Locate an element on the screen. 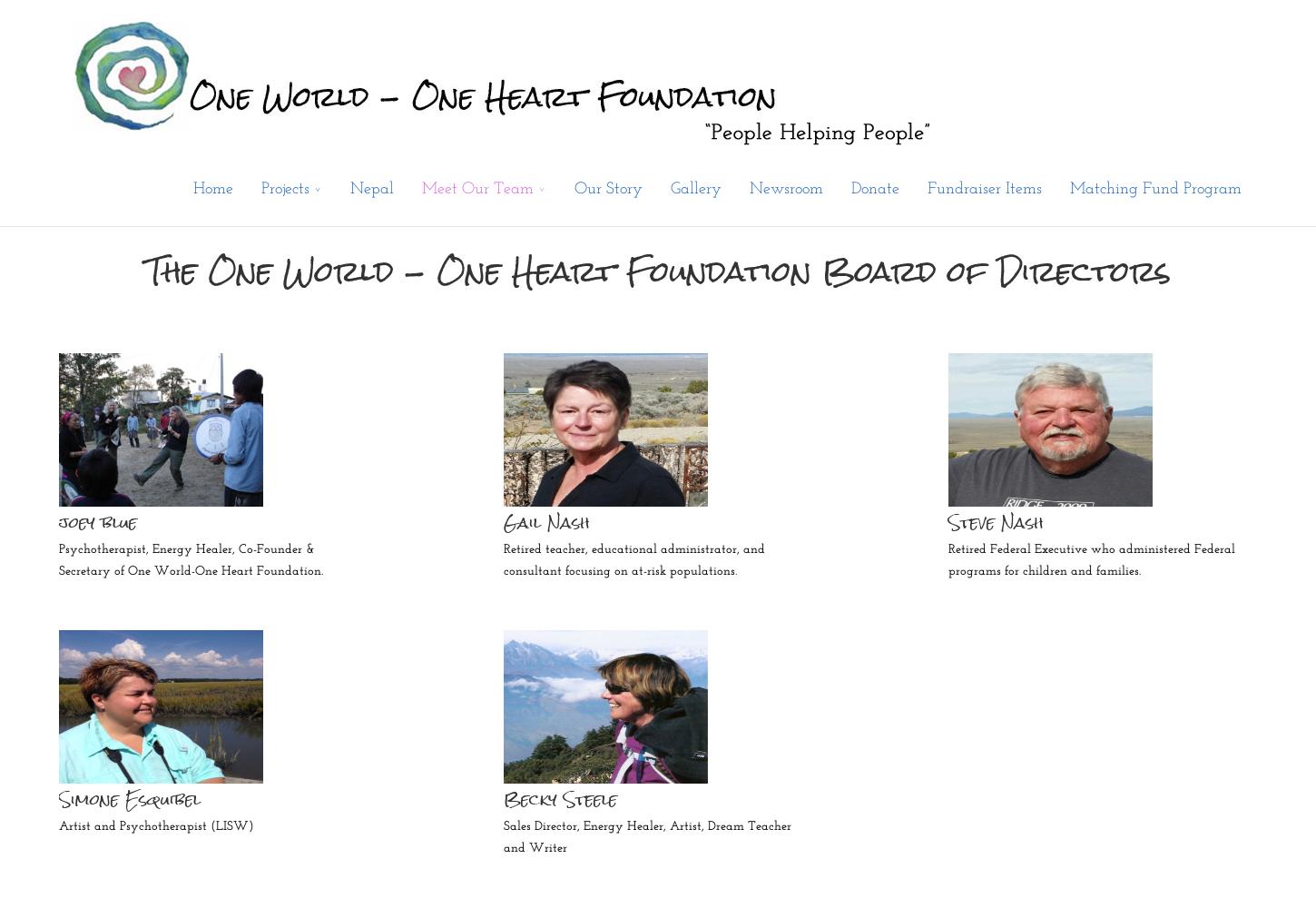  'Home' is located at coordinates (211, 188).